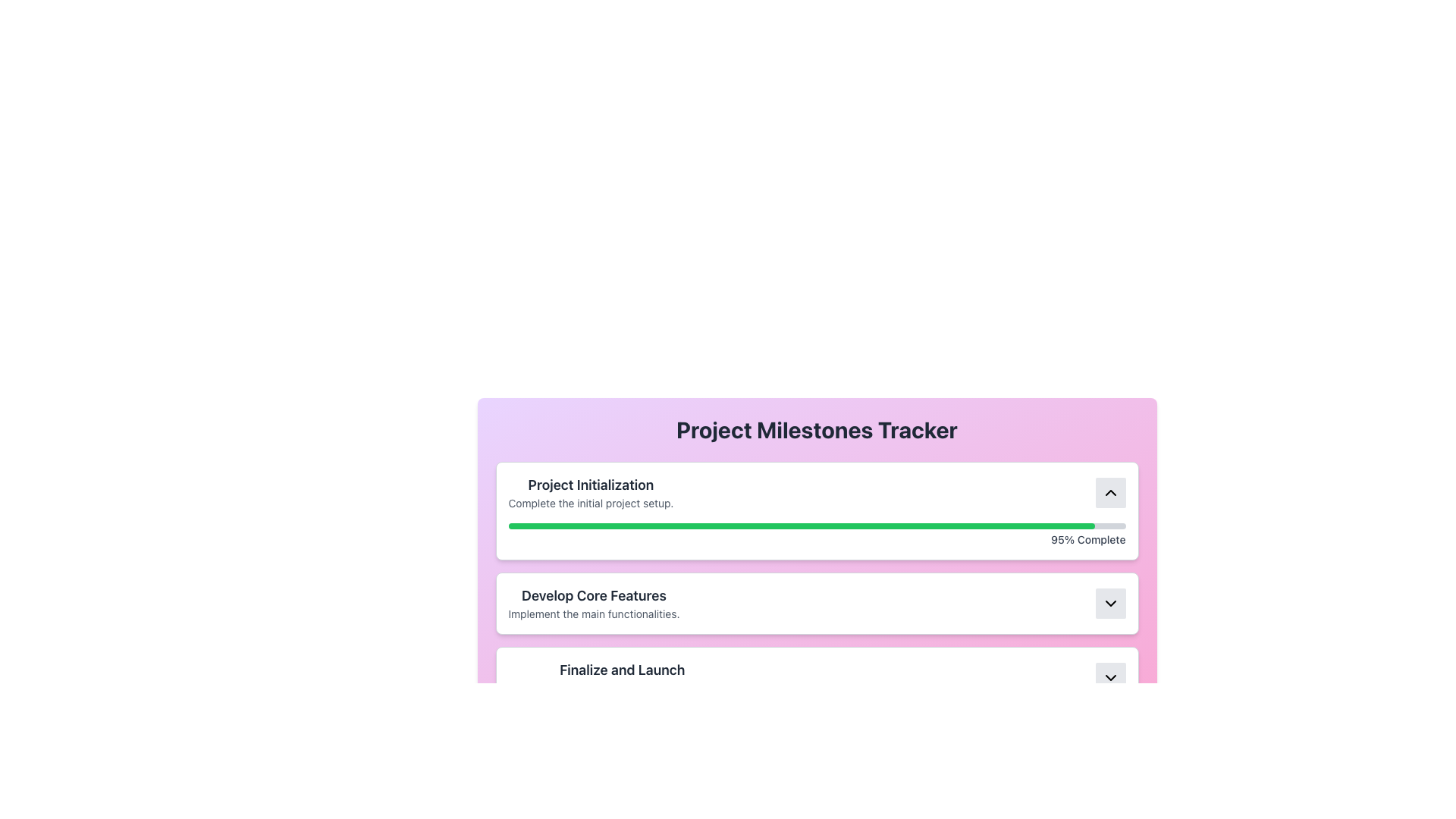 The image size is (1456, 819). Describe the element at coordinates (622, 677) in the screenshot. I see `the Combined heading and description text block that displays 'Finalize and Launch' along with the description 'Ensure all tasks are closed before deployment.'` at that location.